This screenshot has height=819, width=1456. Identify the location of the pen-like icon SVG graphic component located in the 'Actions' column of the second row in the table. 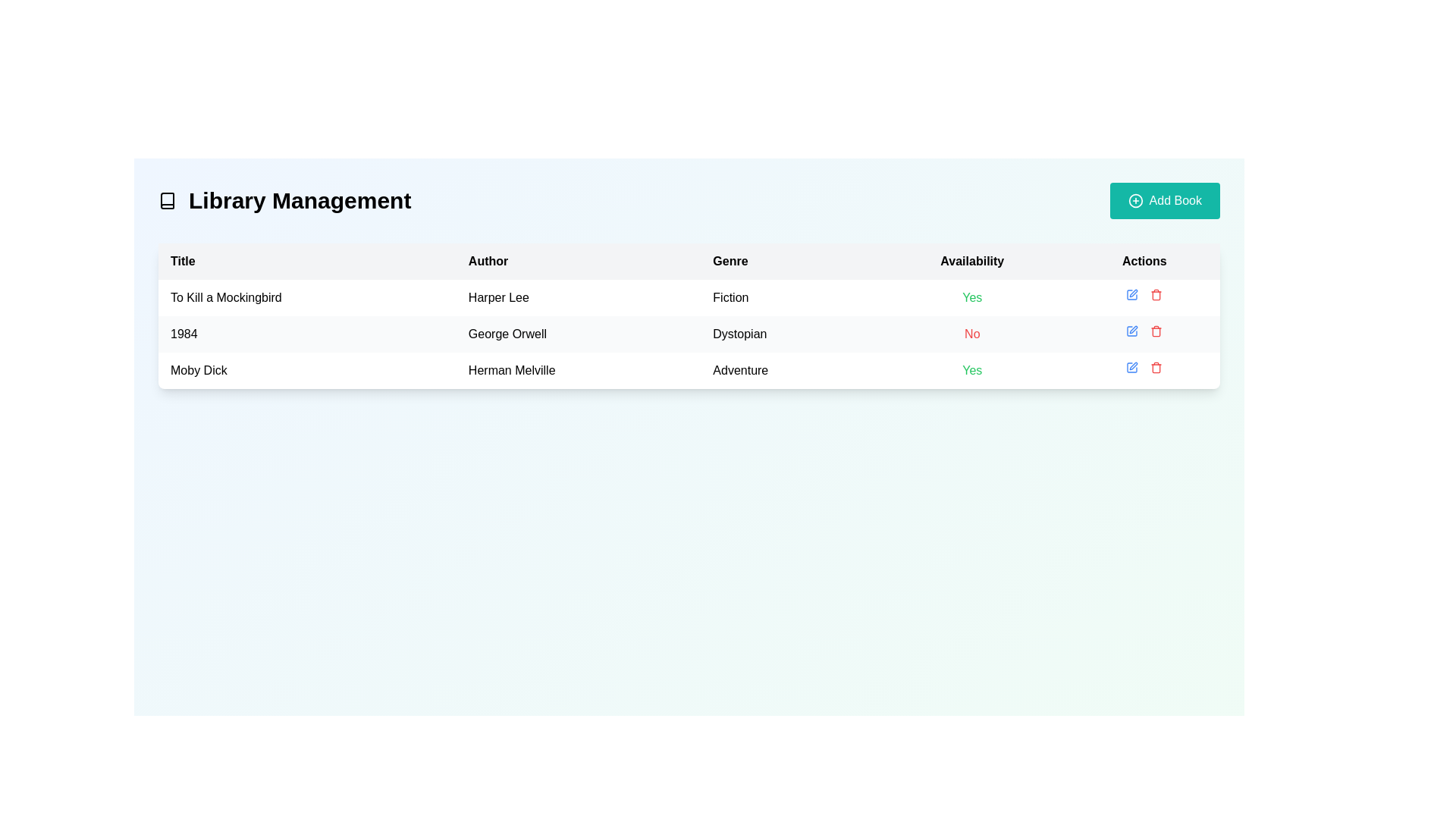
(1134, 329).